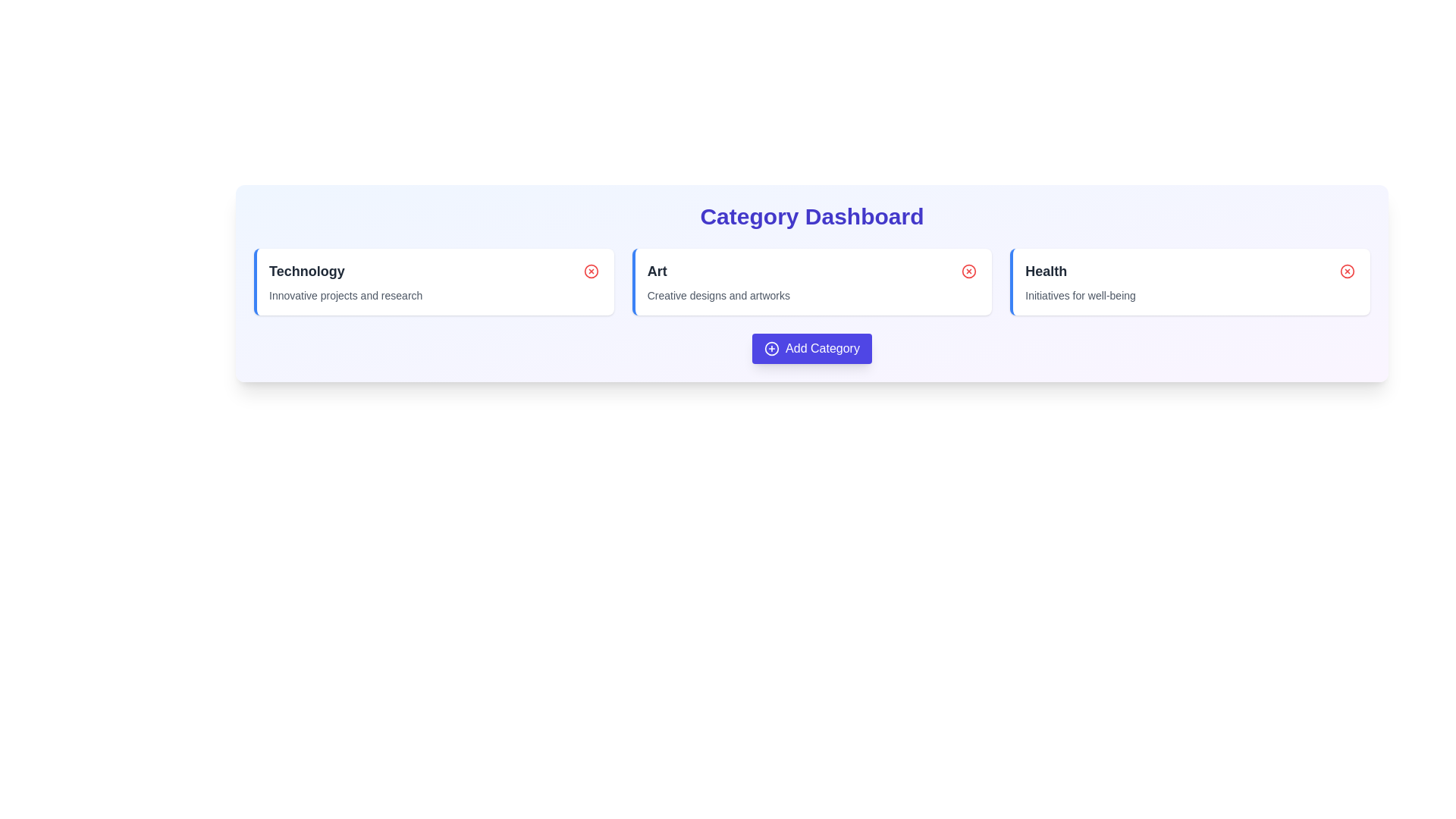 The width and height of the screenshot is (1456, 819). What do you see at coordinates (590, 271) in the screenshot?
I see `the circular button representing a deletion action` at bounding box center [590, 271].